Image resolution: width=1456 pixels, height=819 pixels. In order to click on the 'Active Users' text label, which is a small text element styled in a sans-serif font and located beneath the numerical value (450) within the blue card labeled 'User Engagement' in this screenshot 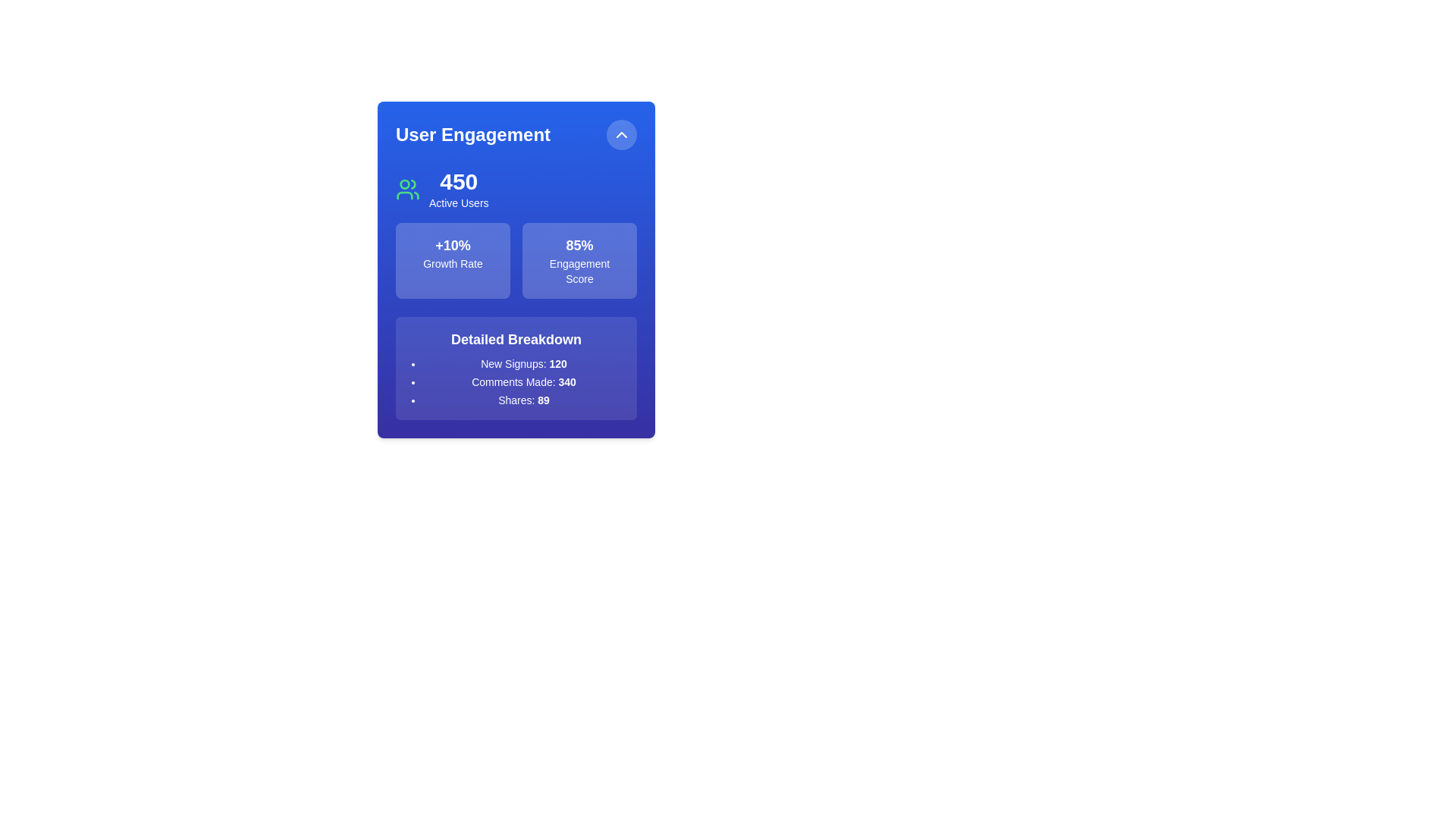, I will do `click(458, 202)`.